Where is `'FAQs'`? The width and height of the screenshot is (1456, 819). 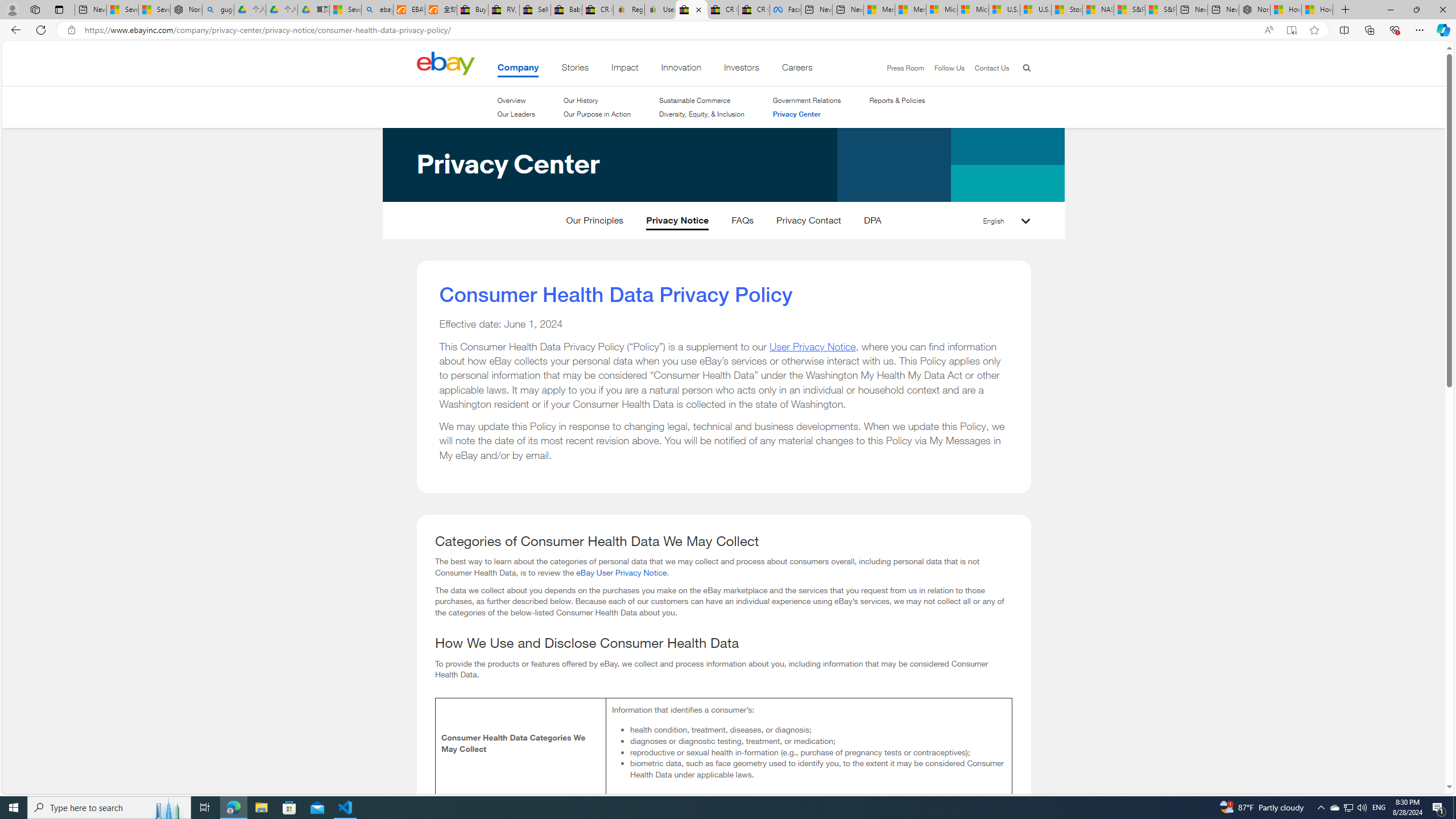
'FAQs' is located at coordinates (742, 222).